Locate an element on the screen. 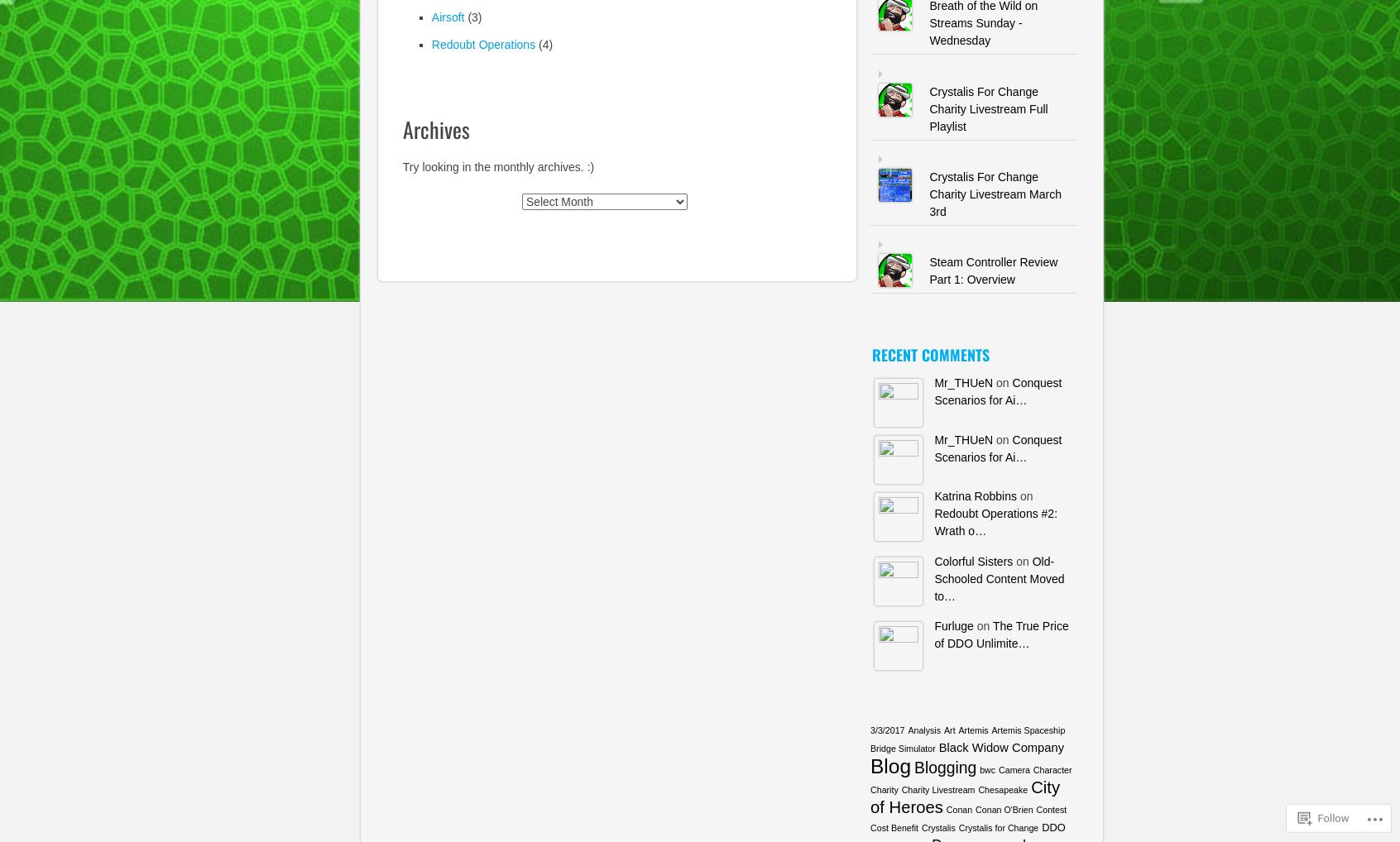  'Colorful Sisters' is located at coordinates (933, 560).